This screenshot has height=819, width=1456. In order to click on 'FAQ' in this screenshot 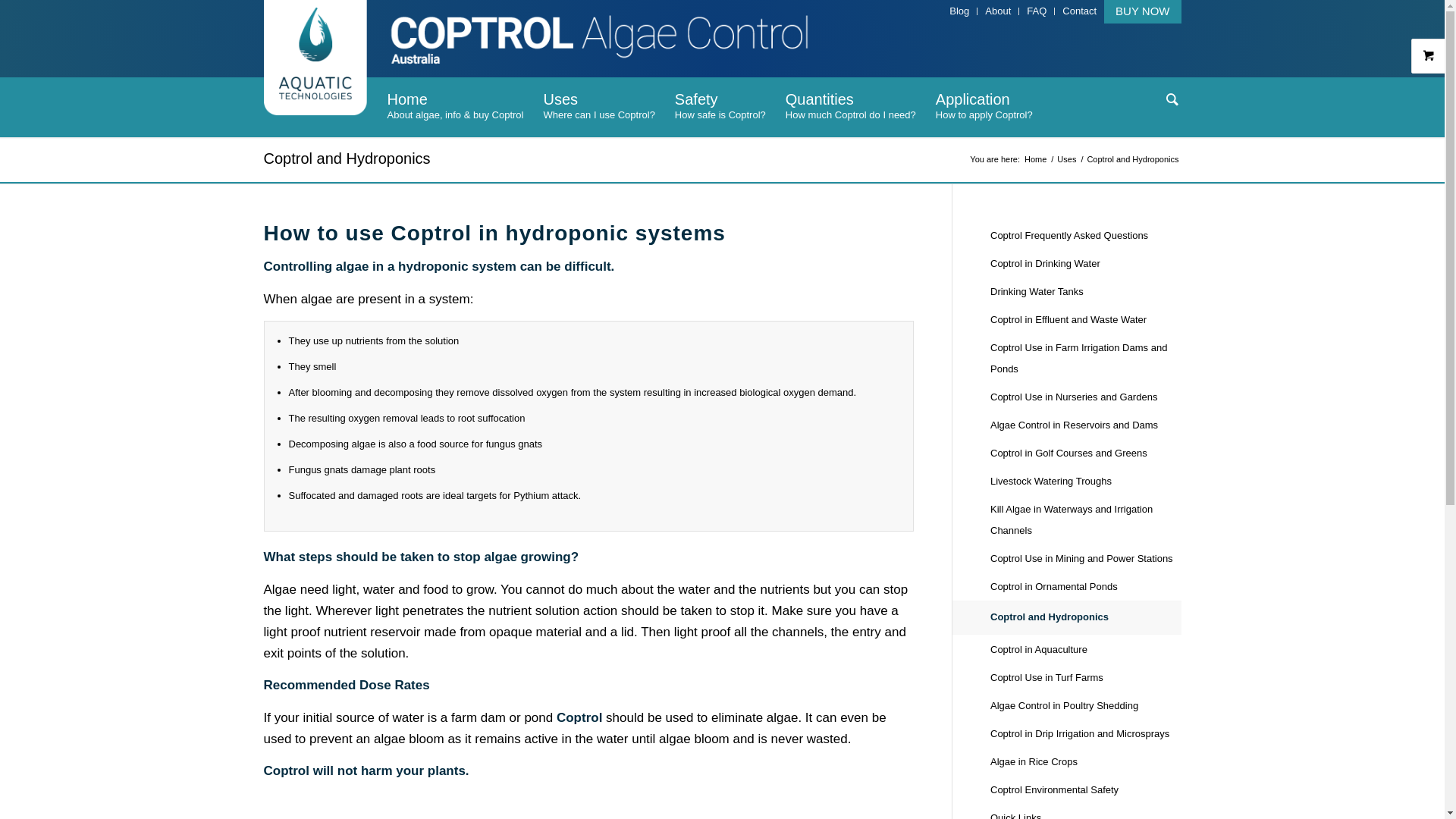, I will do `click(1036, 11)`.